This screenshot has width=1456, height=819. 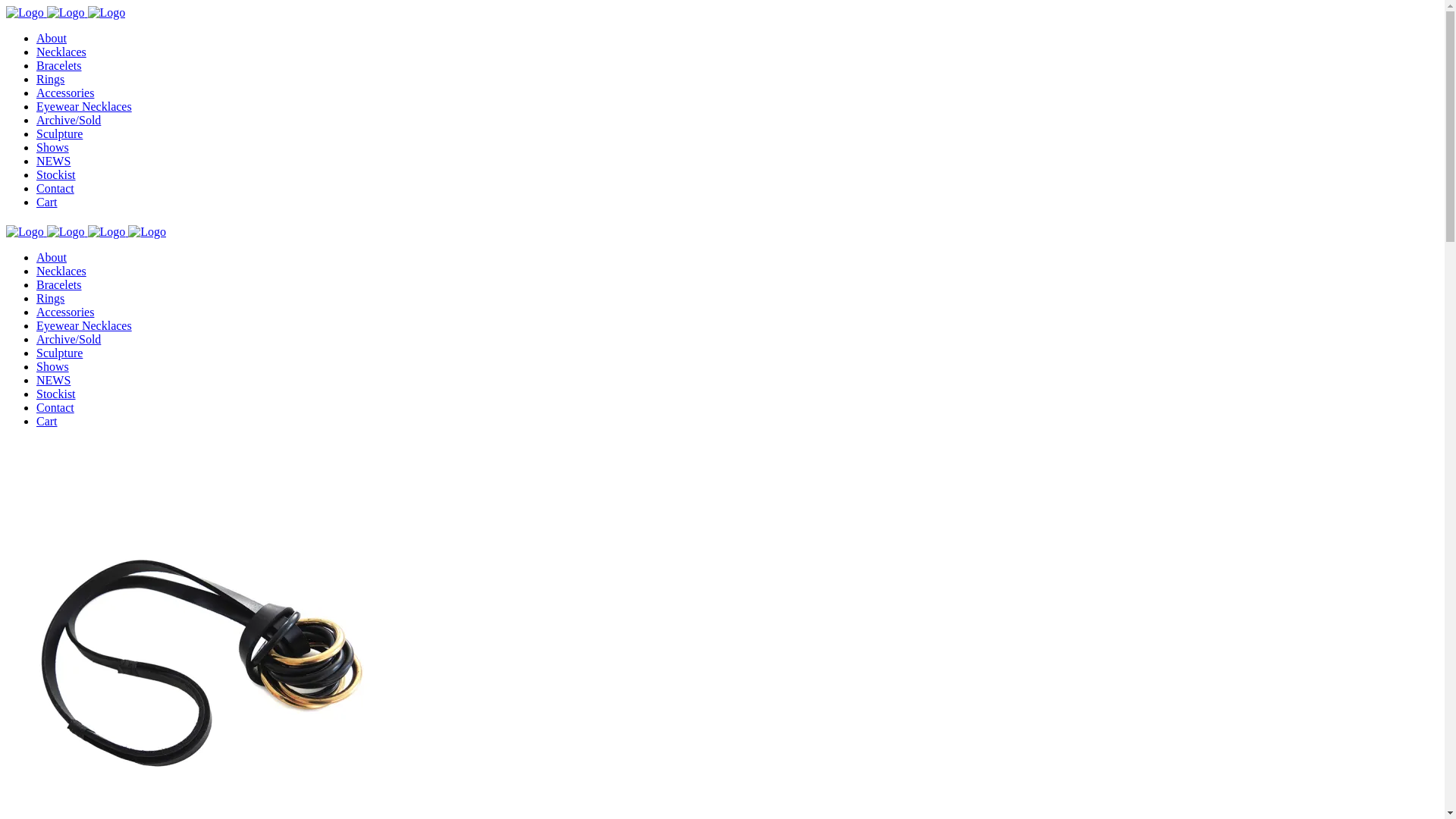 What do you see at coordinates (36, 284) in the screenshot?
I see `'Bracelets'` at bounding box center [36, 284].